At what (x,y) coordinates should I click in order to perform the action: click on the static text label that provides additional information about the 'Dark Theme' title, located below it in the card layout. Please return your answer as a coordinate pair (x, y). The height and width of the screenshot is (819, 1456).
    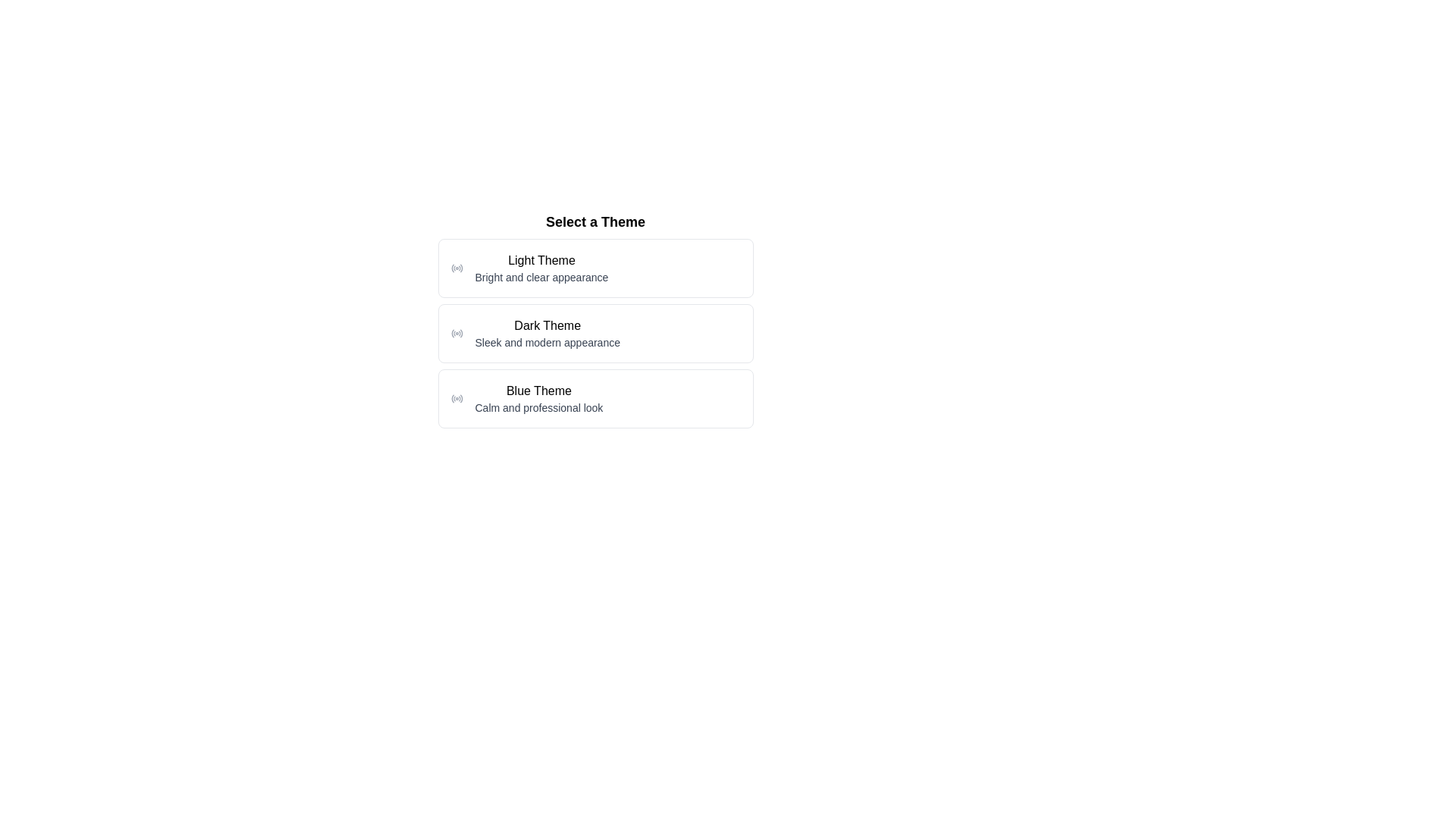
    Looking at the image, I should click on (547, 342).